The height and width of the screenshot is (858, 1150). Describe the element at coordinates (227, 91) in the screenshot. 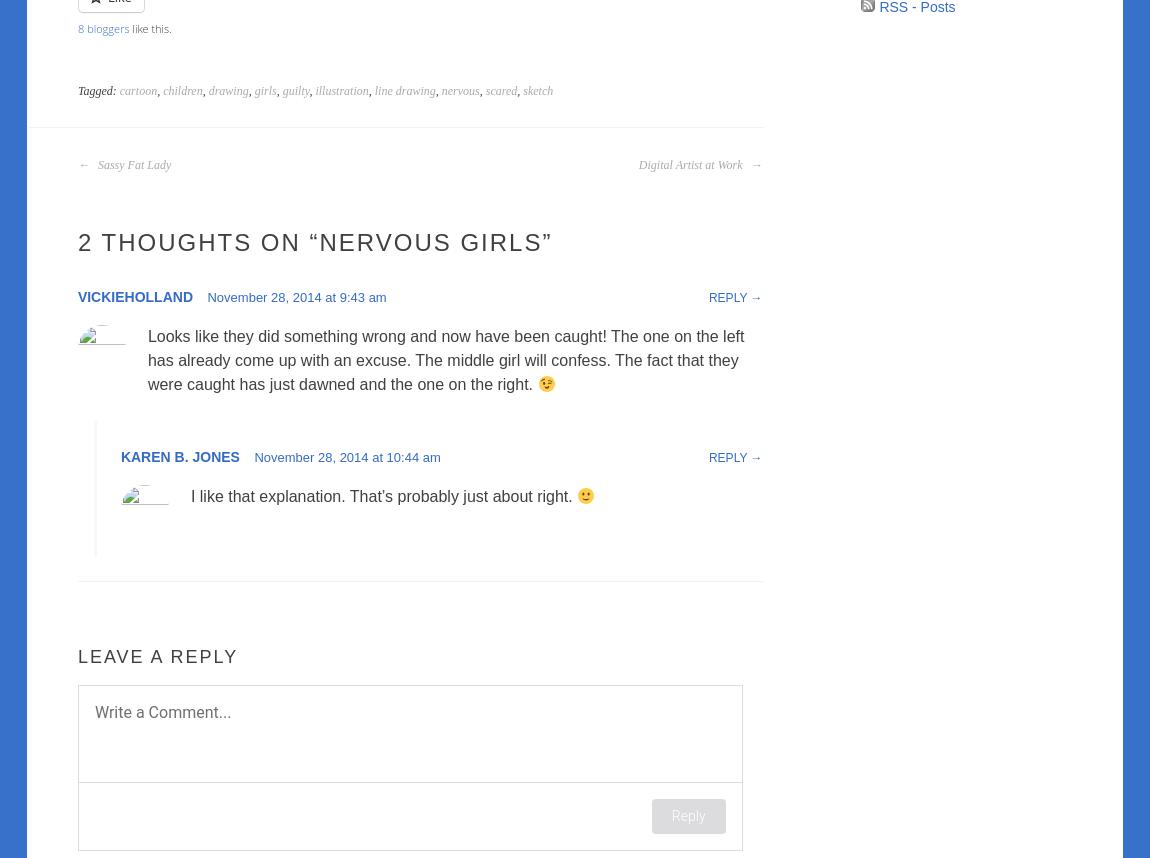

I see `'drawing'` at that location.